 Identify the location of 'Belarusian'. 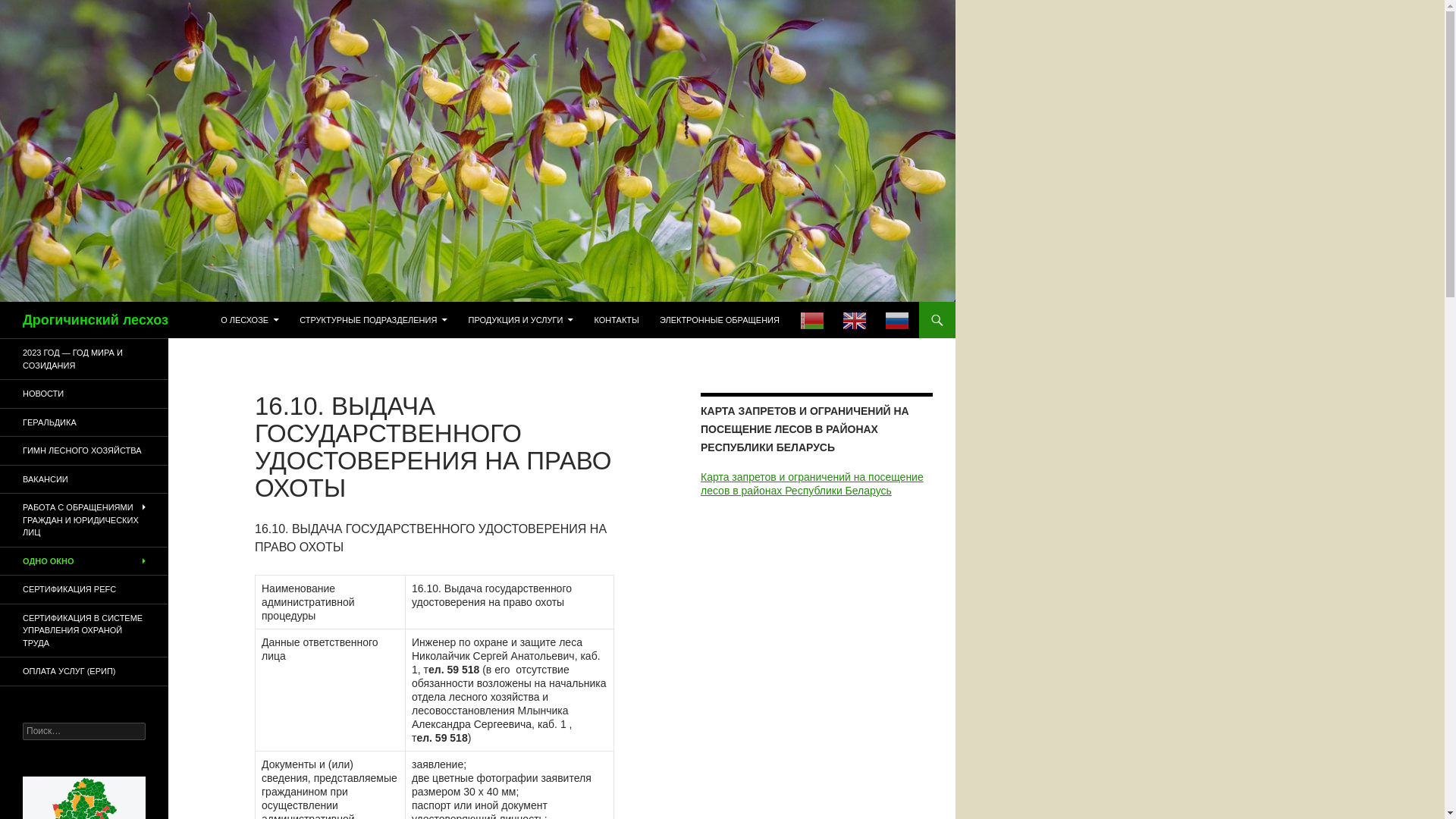
(789, 318).